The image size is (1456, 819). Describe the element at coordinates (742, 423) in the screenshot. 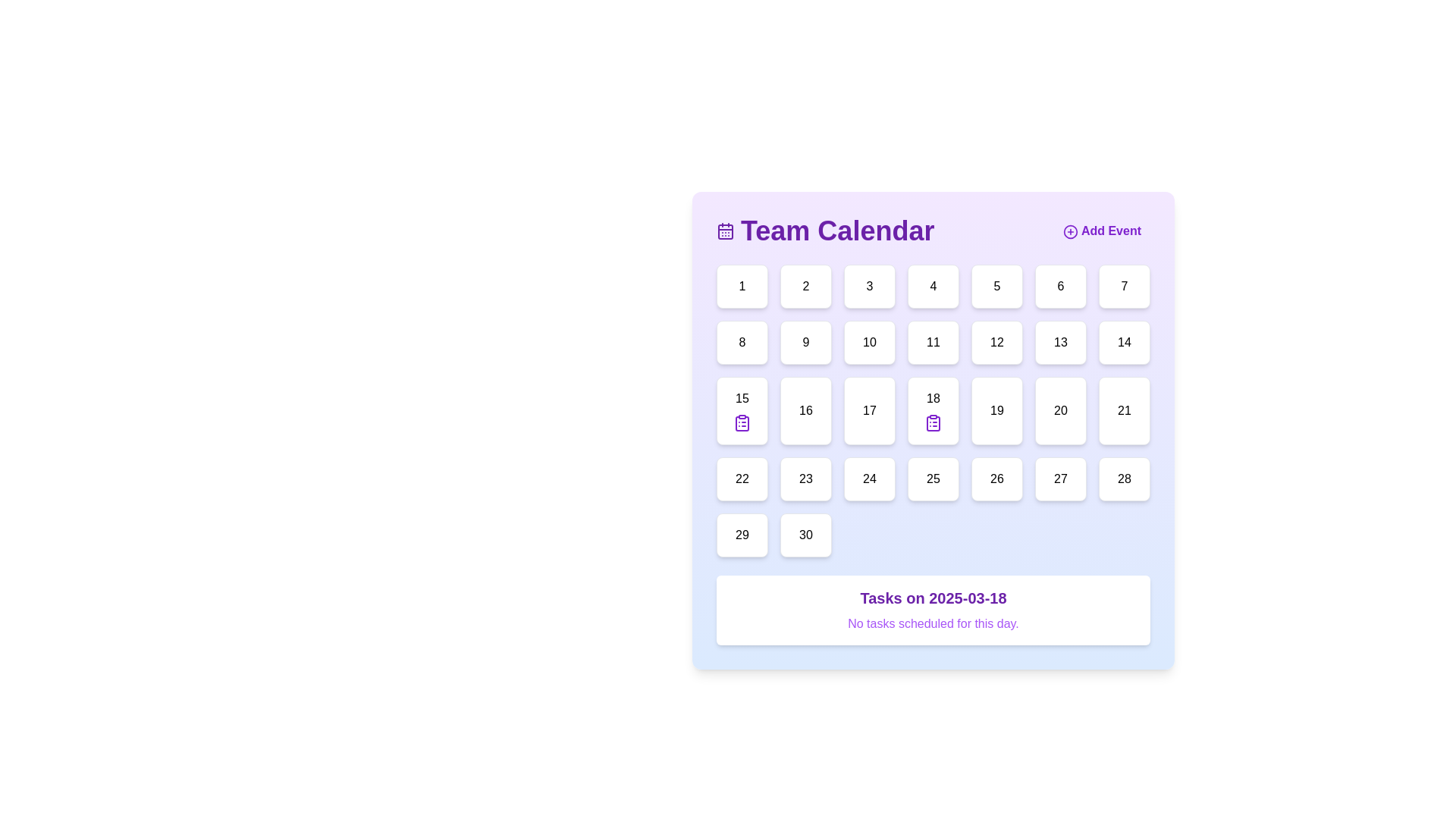

I see `the clipboard icon located within the date box labeled '15' in the Team Calendar interface` at that location.